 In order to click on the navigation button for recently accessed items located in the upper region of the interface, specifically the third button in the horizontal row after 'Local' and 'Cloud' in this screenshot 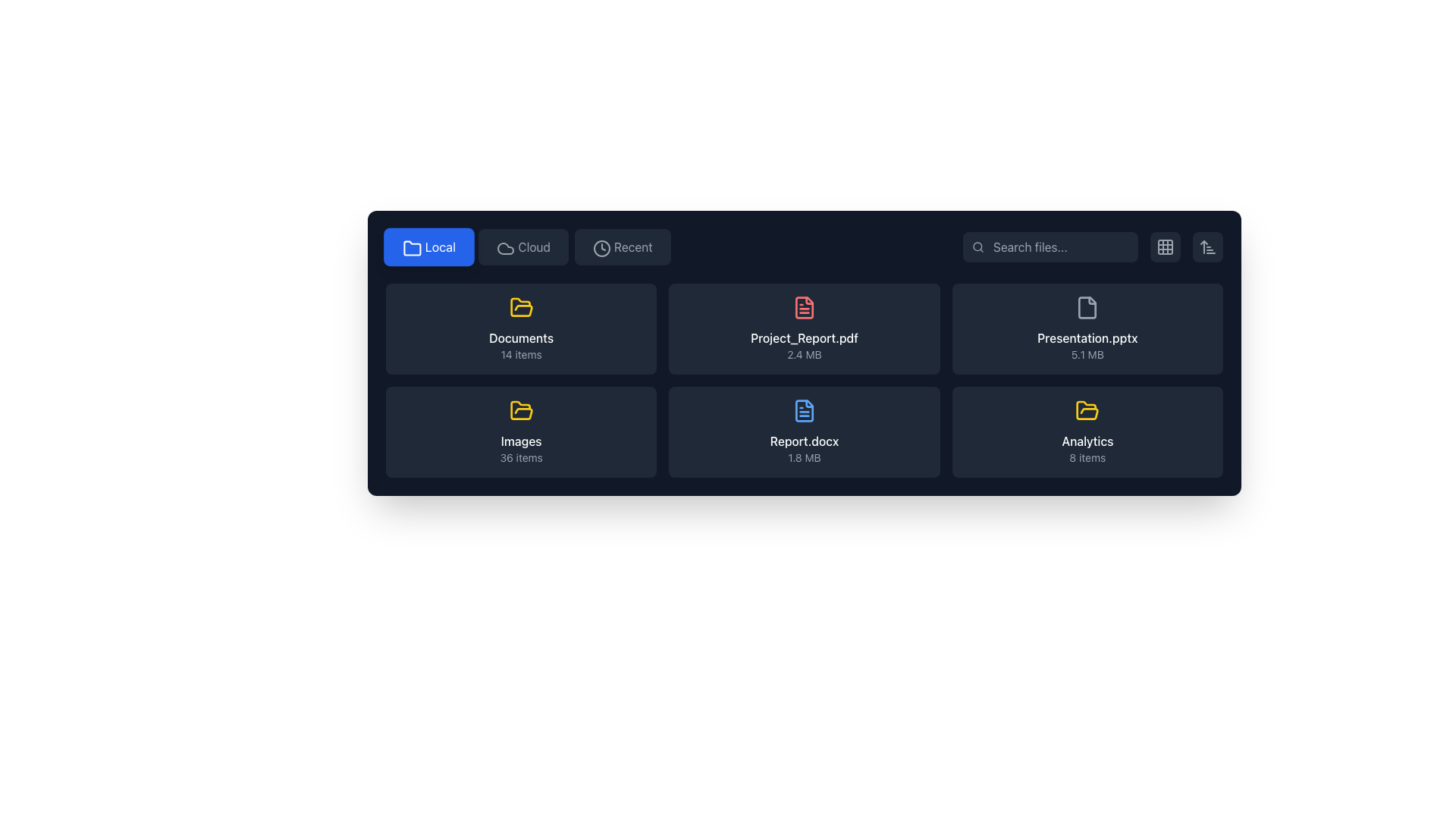, I will do `click(623, 246)`.